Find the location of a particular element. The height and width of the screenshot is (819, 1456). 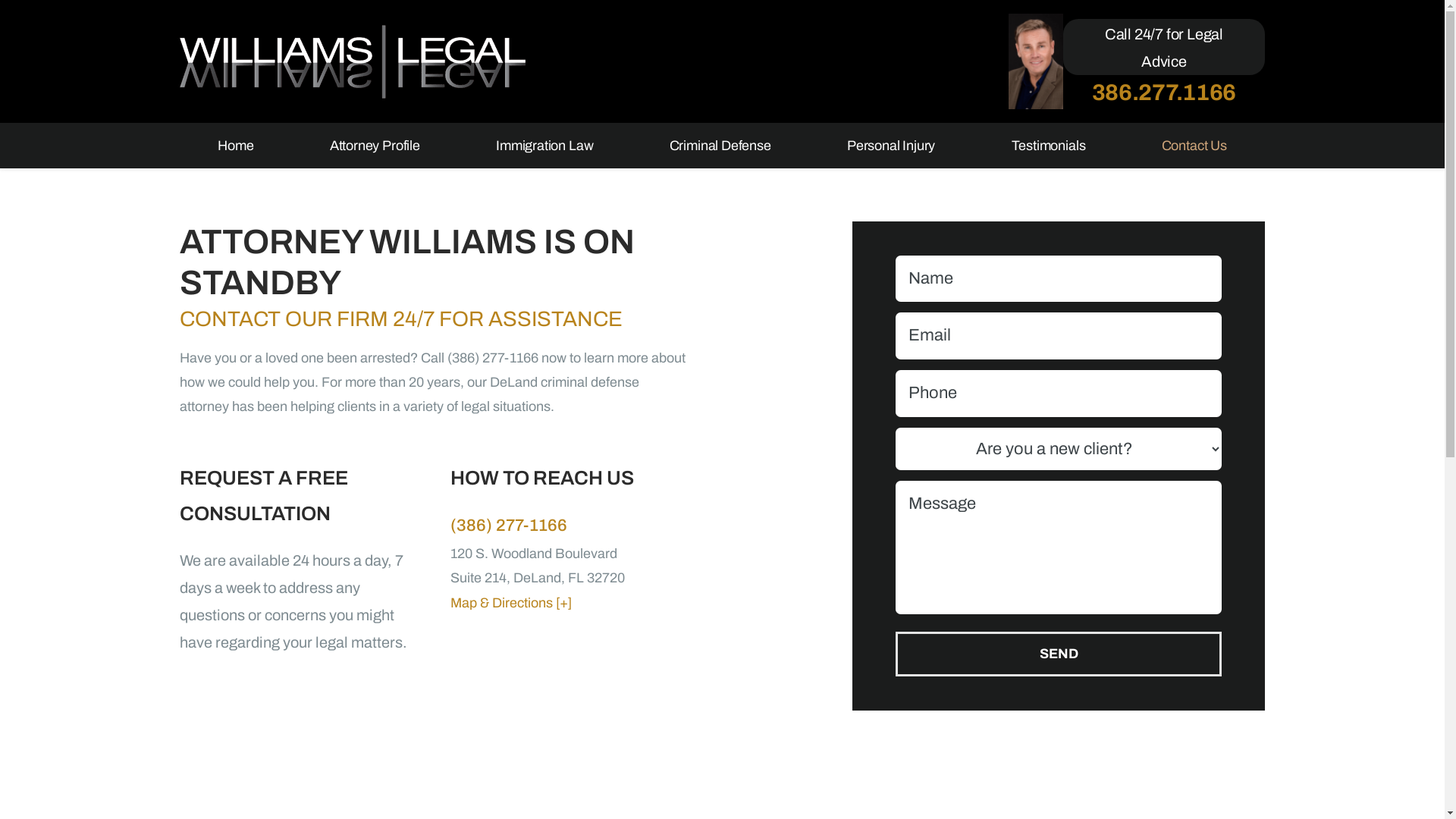

'Immigration Law' is located at coordinates (544, 146).